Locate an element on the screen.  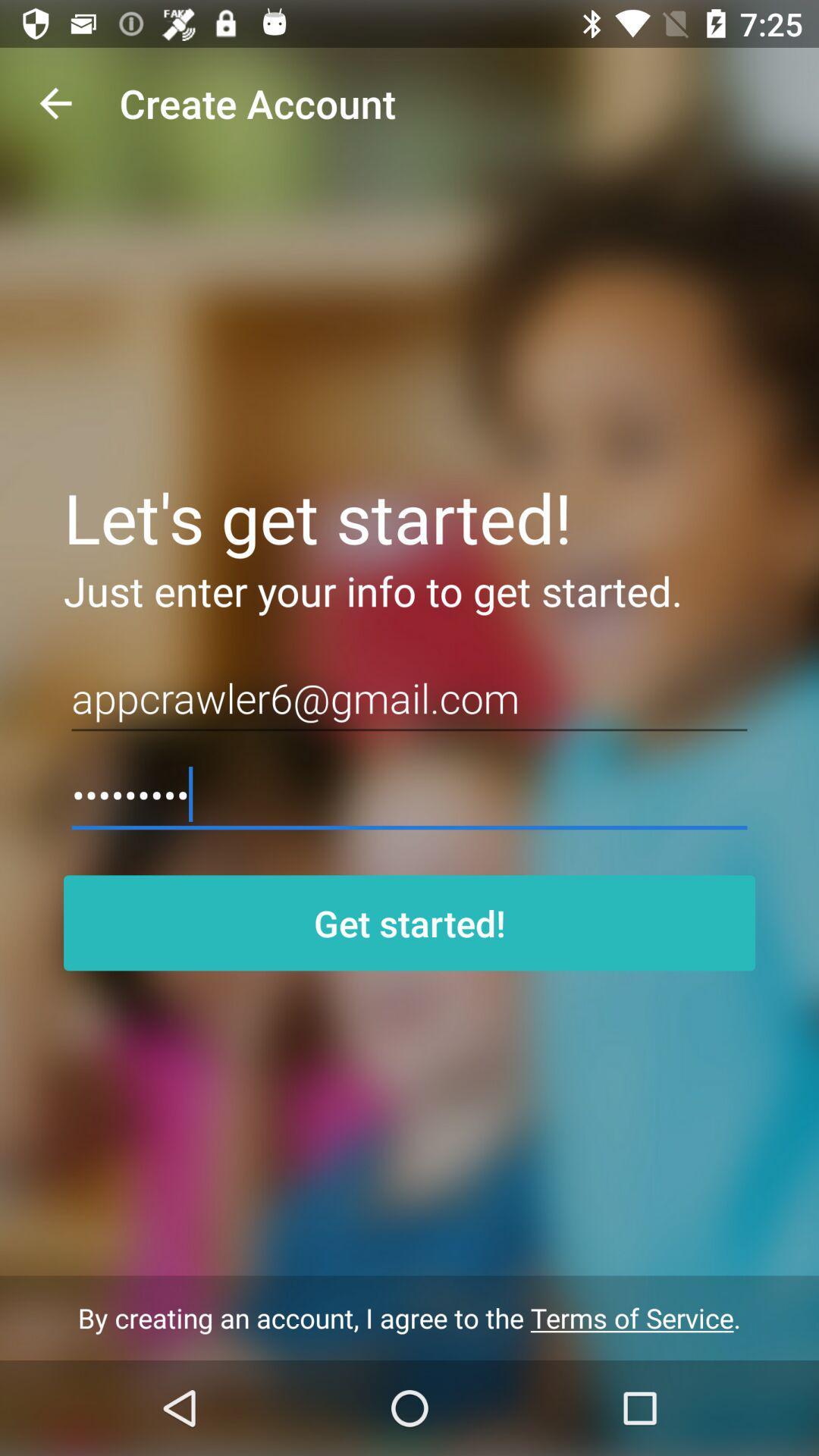
icon above let s get is located at coordinates (55, 102).